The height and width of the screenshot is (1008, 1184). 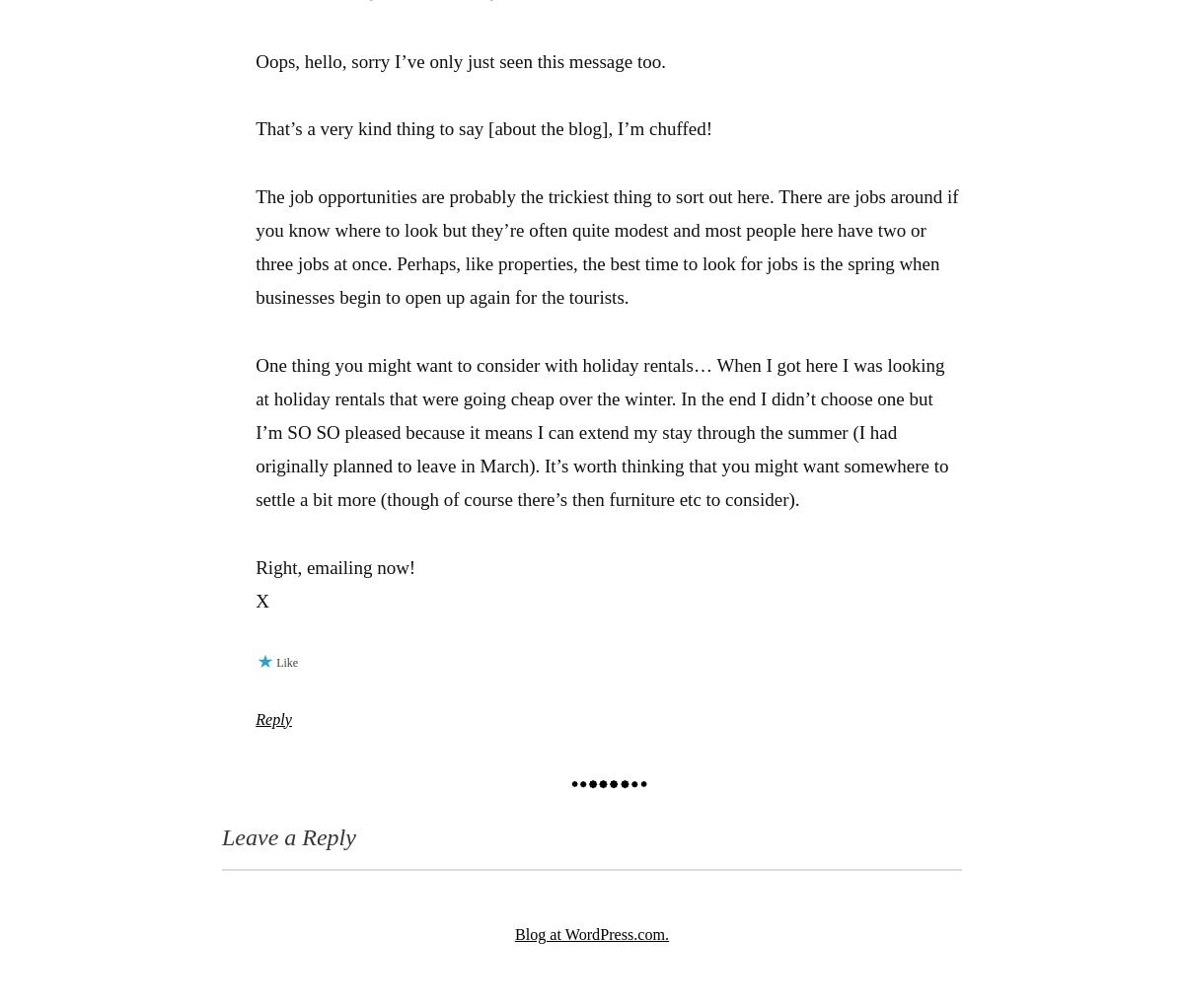 I want to click on 'Oops, hello, sorry I’ve only just seen this message too.', so click(x=254, y=61).